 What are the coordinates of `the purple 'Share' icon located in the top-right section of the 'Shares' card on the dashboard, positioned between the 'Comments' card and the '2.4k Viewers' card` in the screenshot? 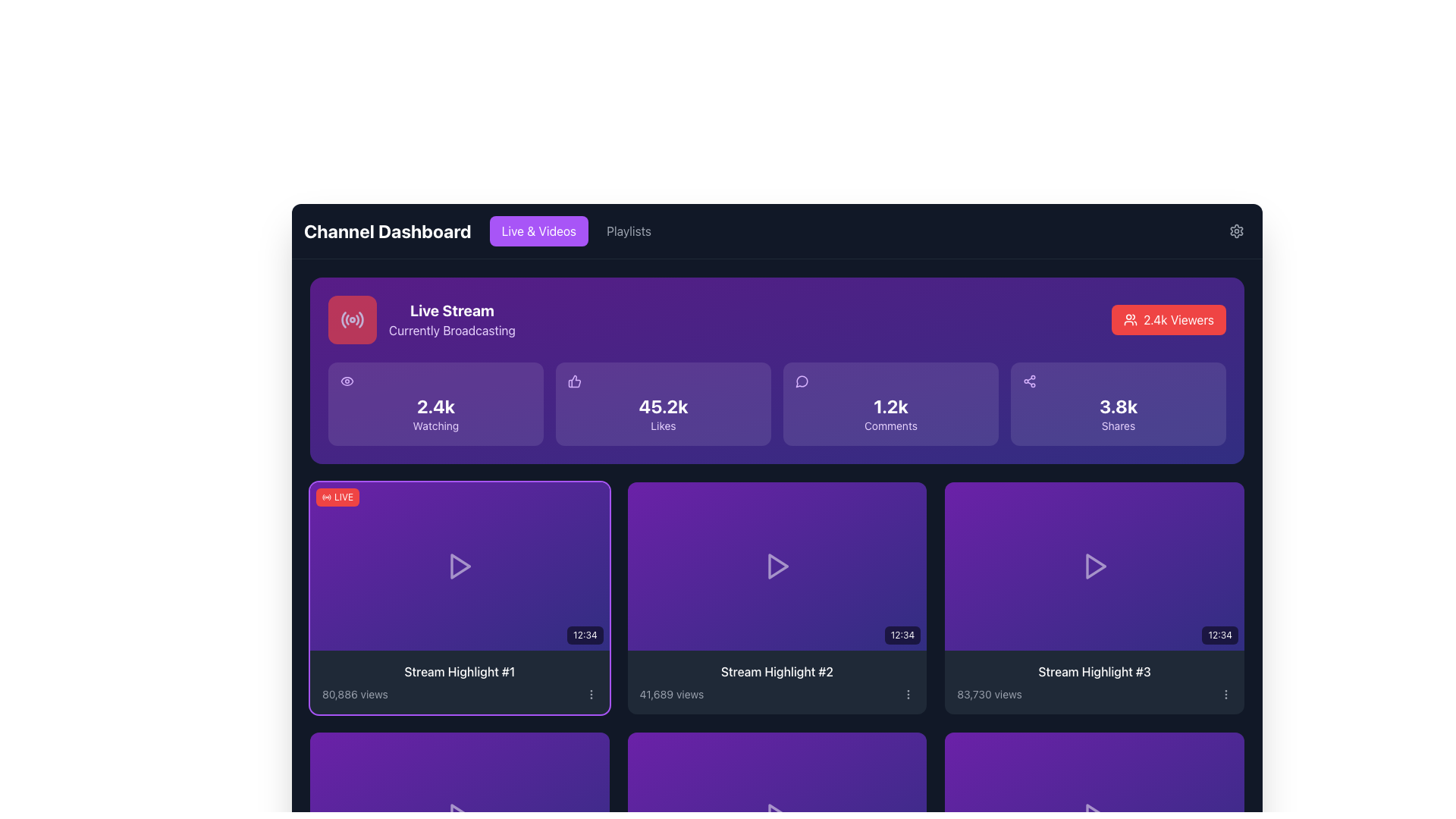 It's located at (1030, 380).